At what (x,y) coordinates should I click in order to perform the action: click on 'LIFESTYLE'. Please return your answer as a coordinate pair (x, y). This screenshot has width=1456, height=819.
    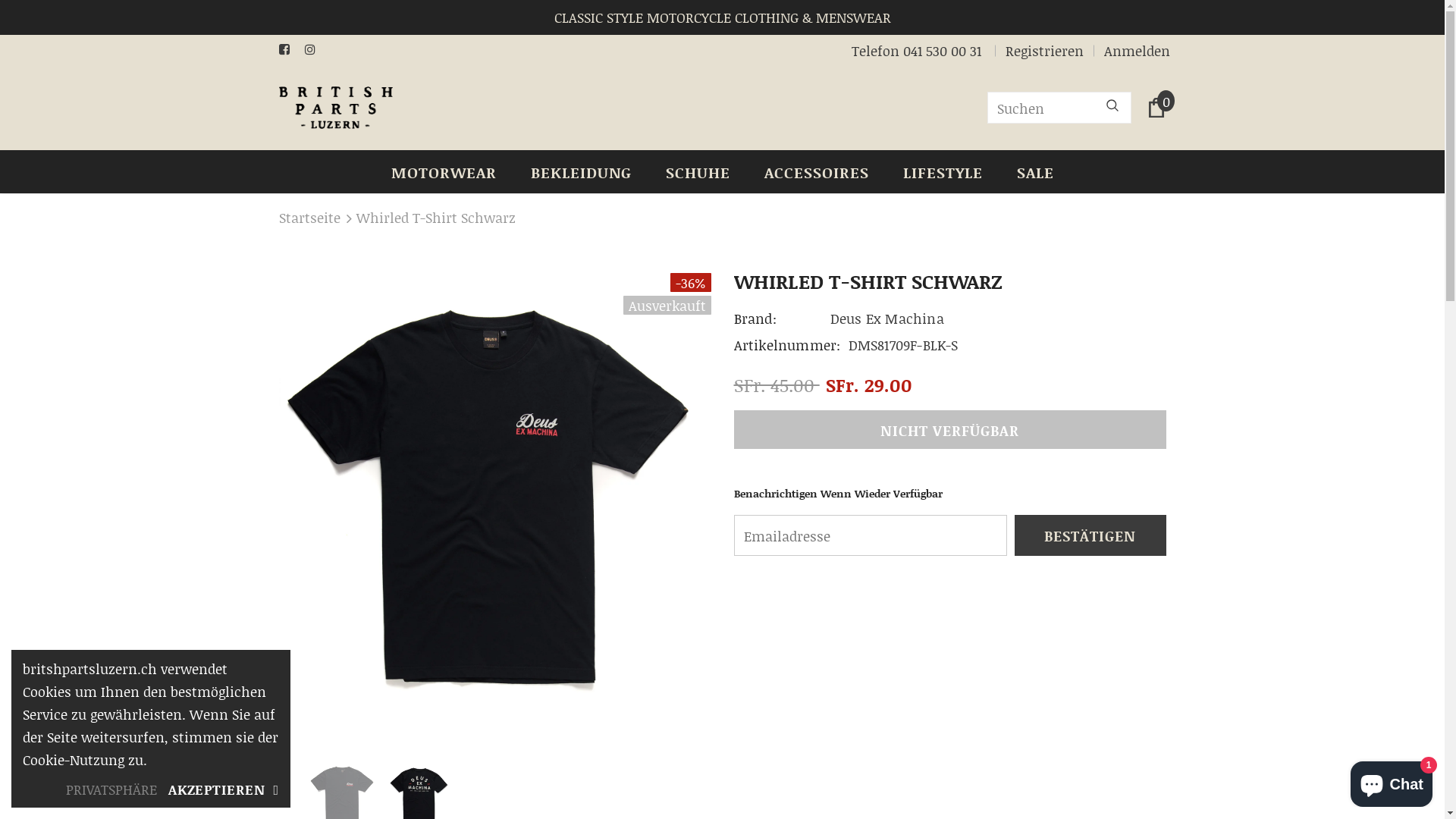
    Looking at the image, I should click on (941, 171).